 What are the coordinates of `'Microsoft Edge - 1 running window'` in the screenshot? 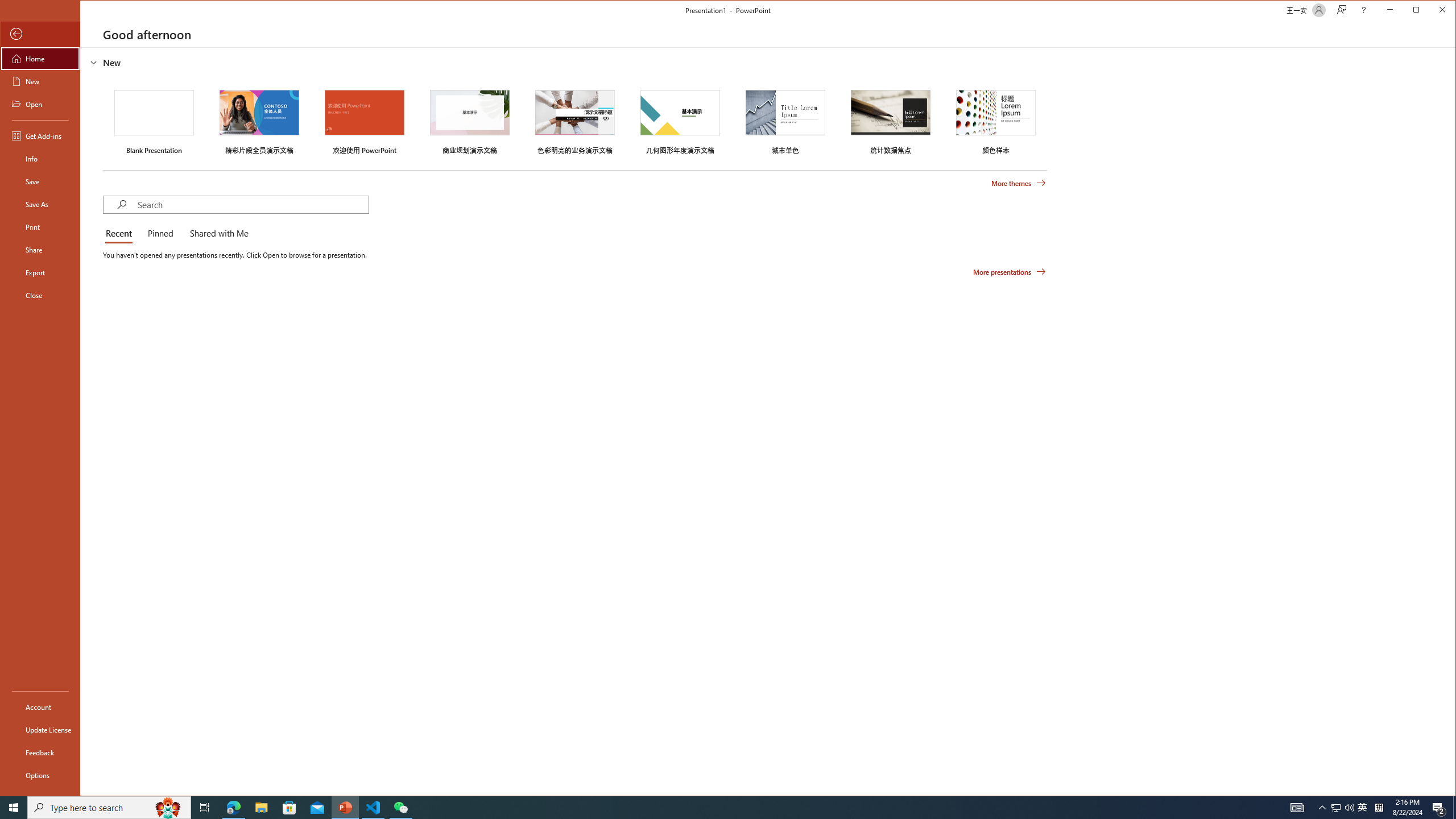 It's located at (233, 806).